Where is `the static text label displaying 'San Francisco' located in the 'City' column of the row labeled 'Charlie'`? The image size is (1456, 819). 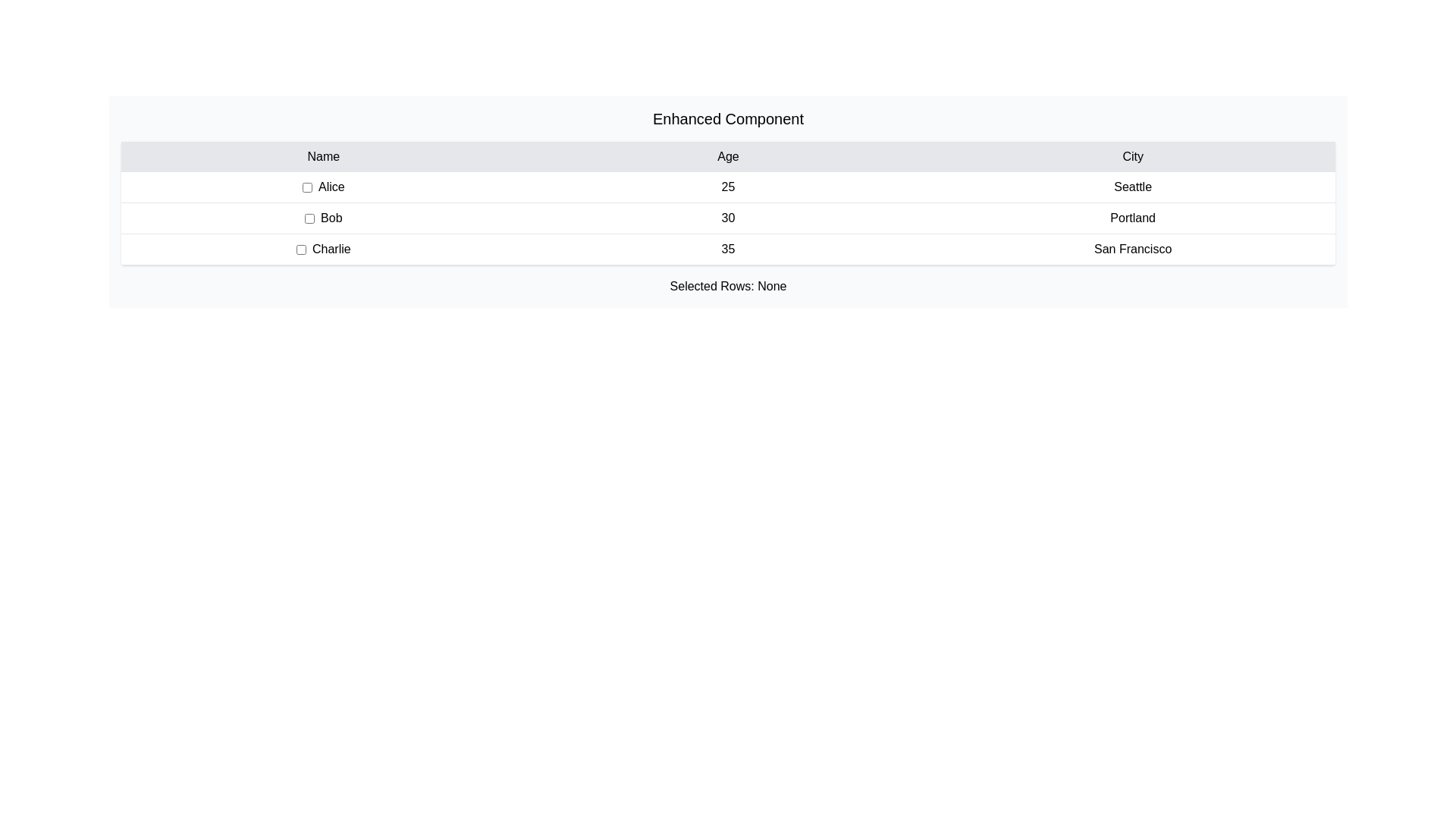 the static text label displaying 'San Francisco' located in the 'City' column of the row labeled 'Charlie' is located at coordinates (1133, 248).